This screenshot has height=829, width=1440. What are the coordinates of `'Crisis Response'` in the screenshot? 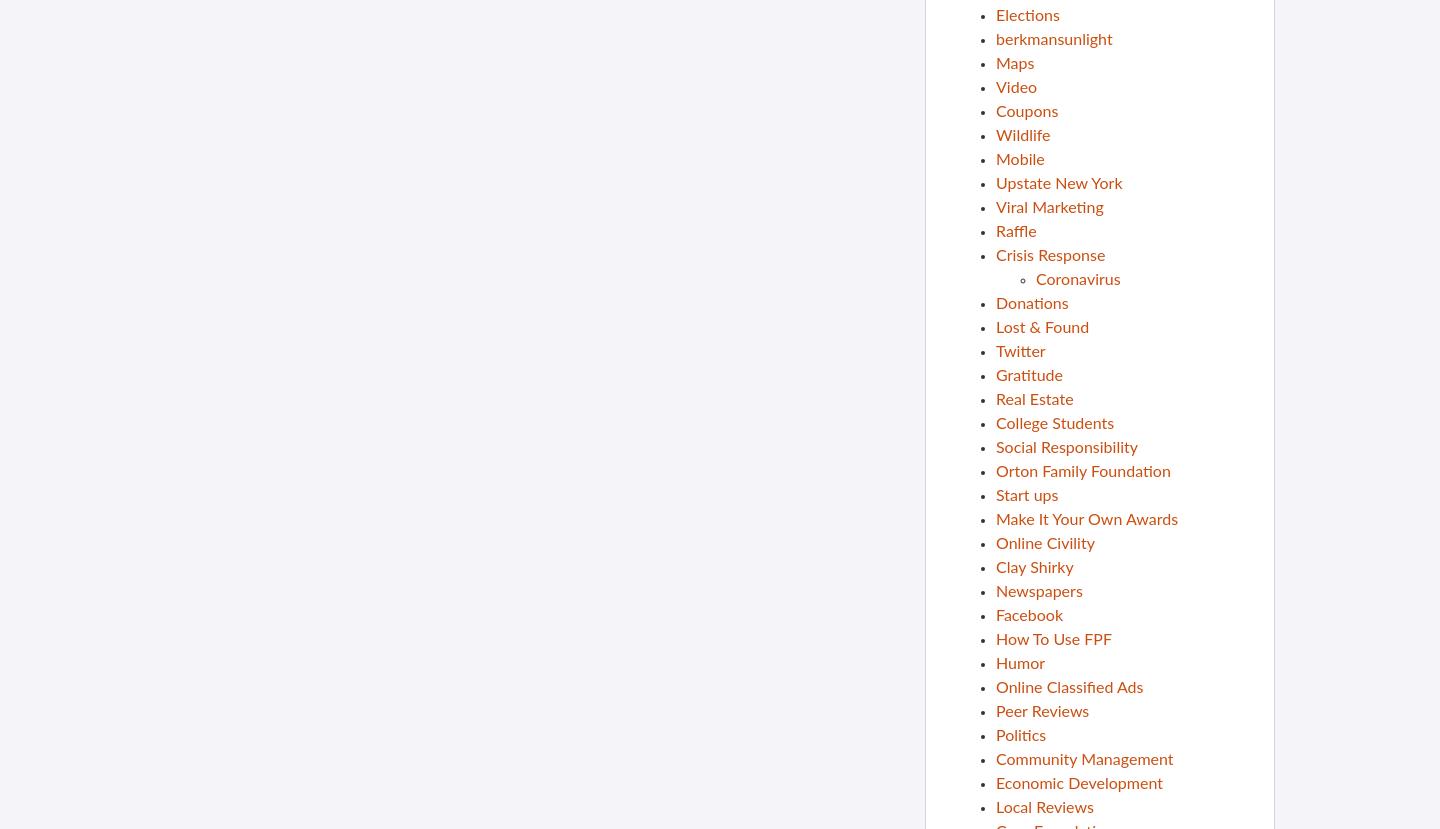 It's located at (995, 255).